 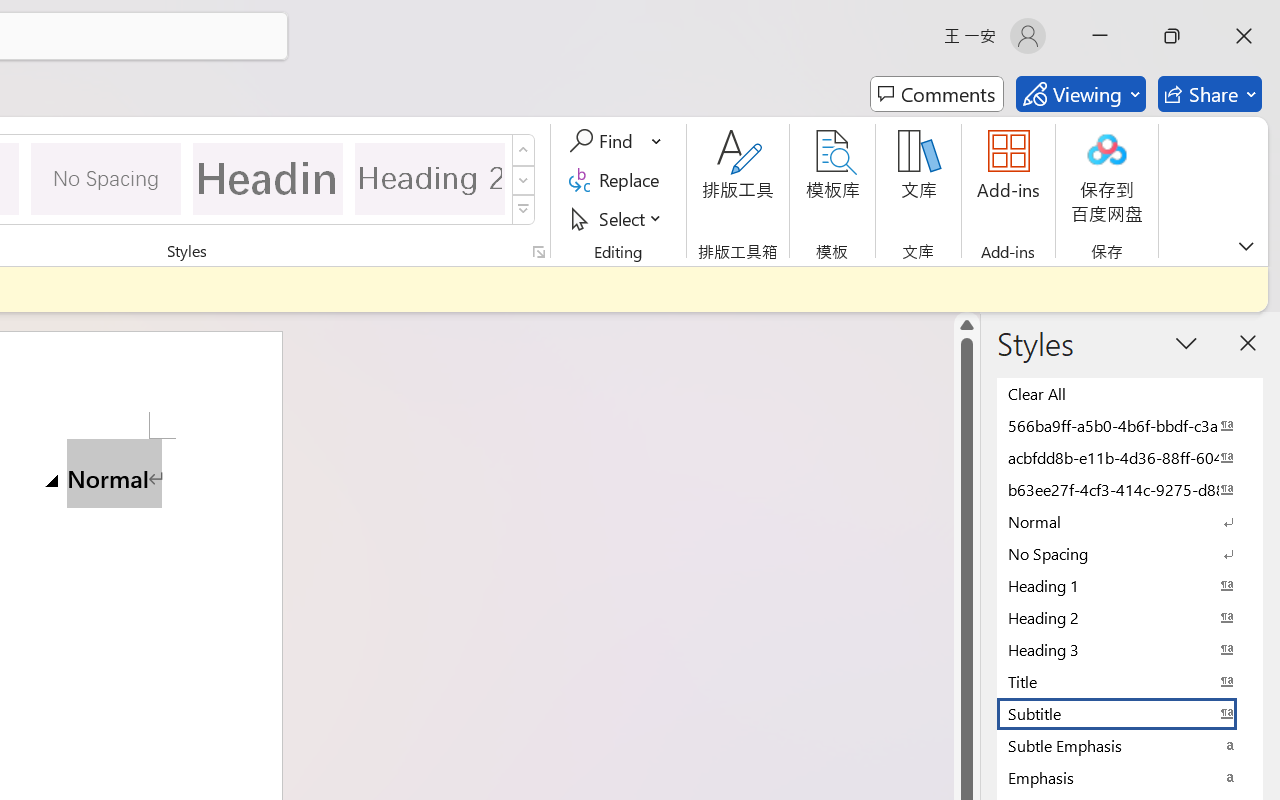 What do you see at coordinates (1130, 712) in the screenshot?
I see `'Subtitle'` at bounding box center [1130, 712].